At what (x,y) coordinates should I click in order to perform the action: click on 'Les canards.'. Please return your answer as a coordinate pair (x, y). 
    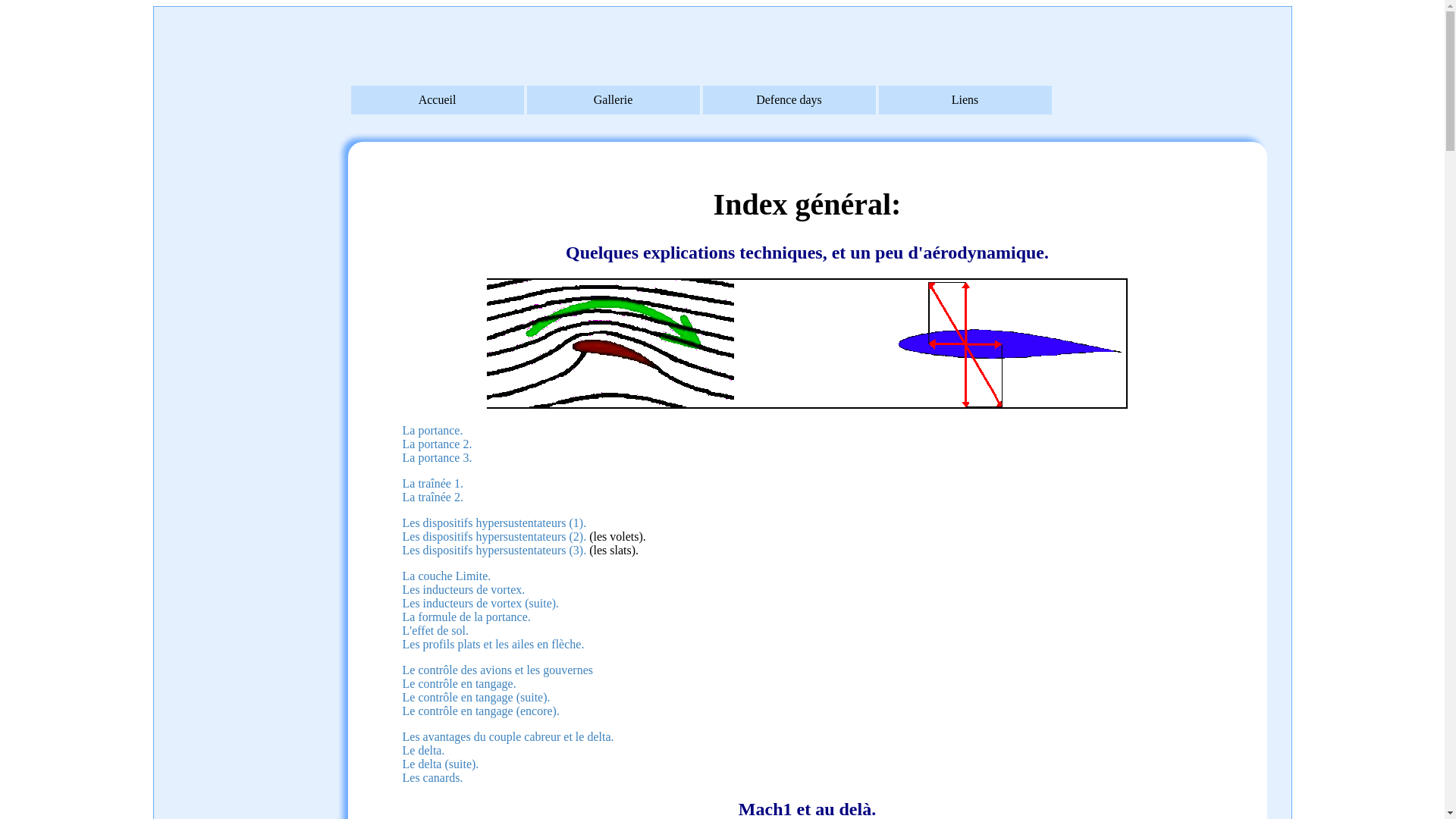
    Looking at the image, I should click on (431, 777).